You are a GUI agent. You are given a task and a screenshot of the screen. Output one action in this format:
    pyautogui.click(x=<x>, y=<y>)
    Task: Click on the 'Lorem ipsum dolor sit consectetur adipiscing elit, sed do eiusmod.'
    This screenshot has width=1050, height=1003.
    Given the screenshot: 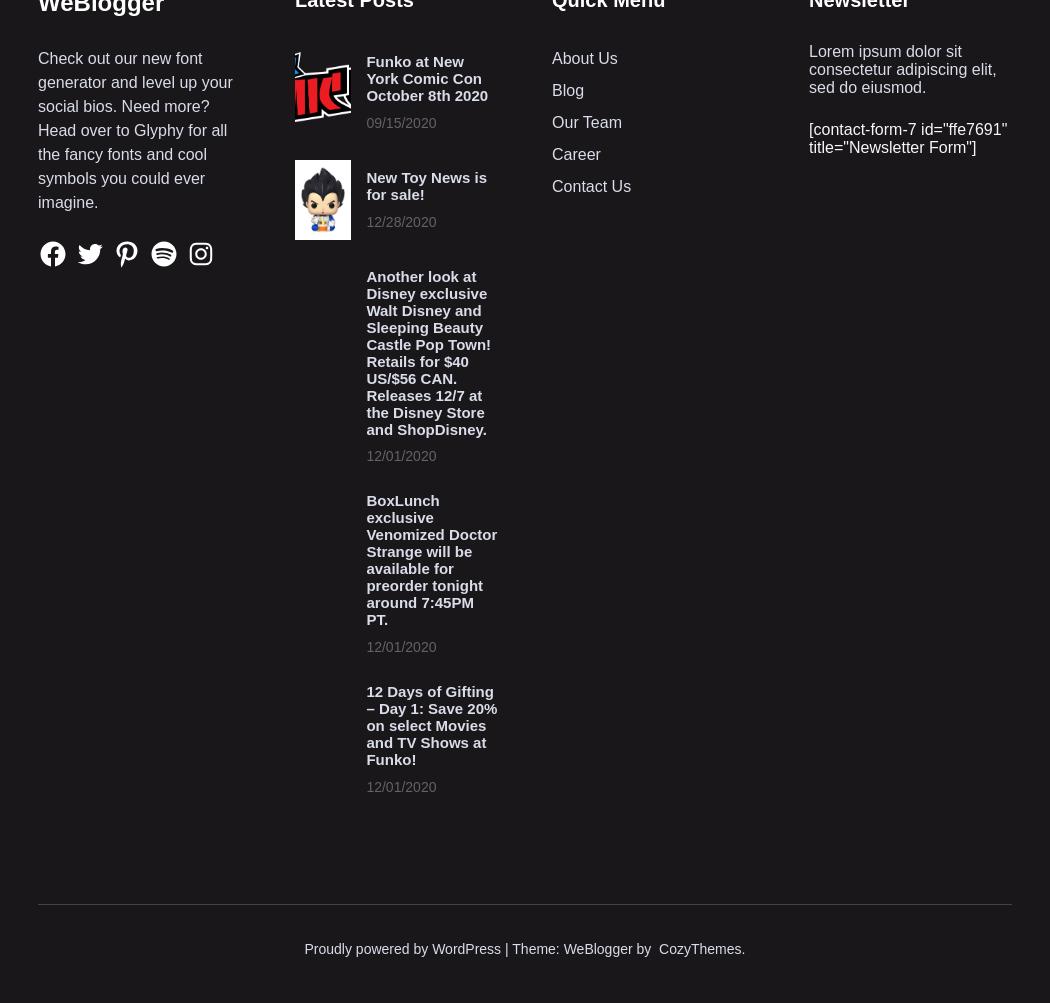 What is the action you would take?
    pyautogui.click(x=902, y=68)
    